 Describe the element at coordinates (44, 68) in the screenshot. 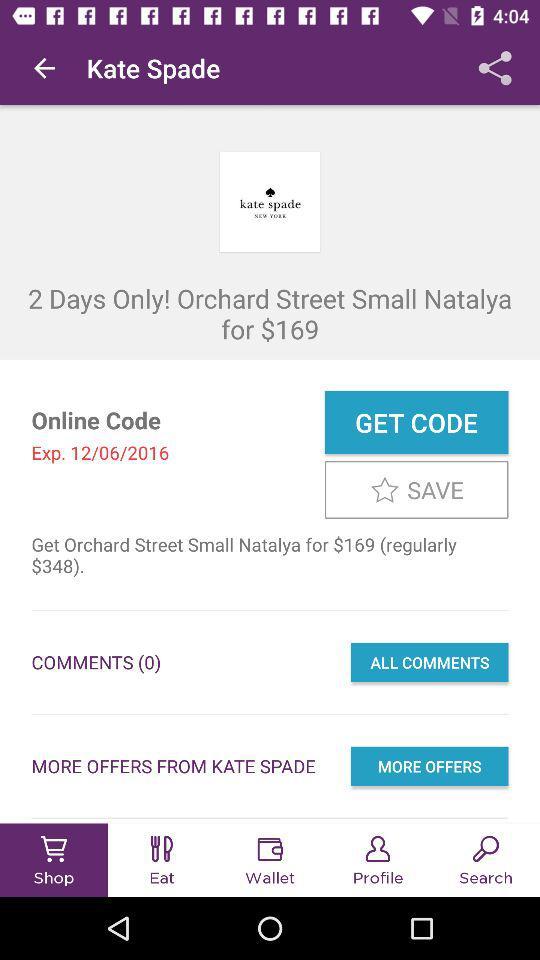

I see `icon to the left of the kate spade item` at that location.